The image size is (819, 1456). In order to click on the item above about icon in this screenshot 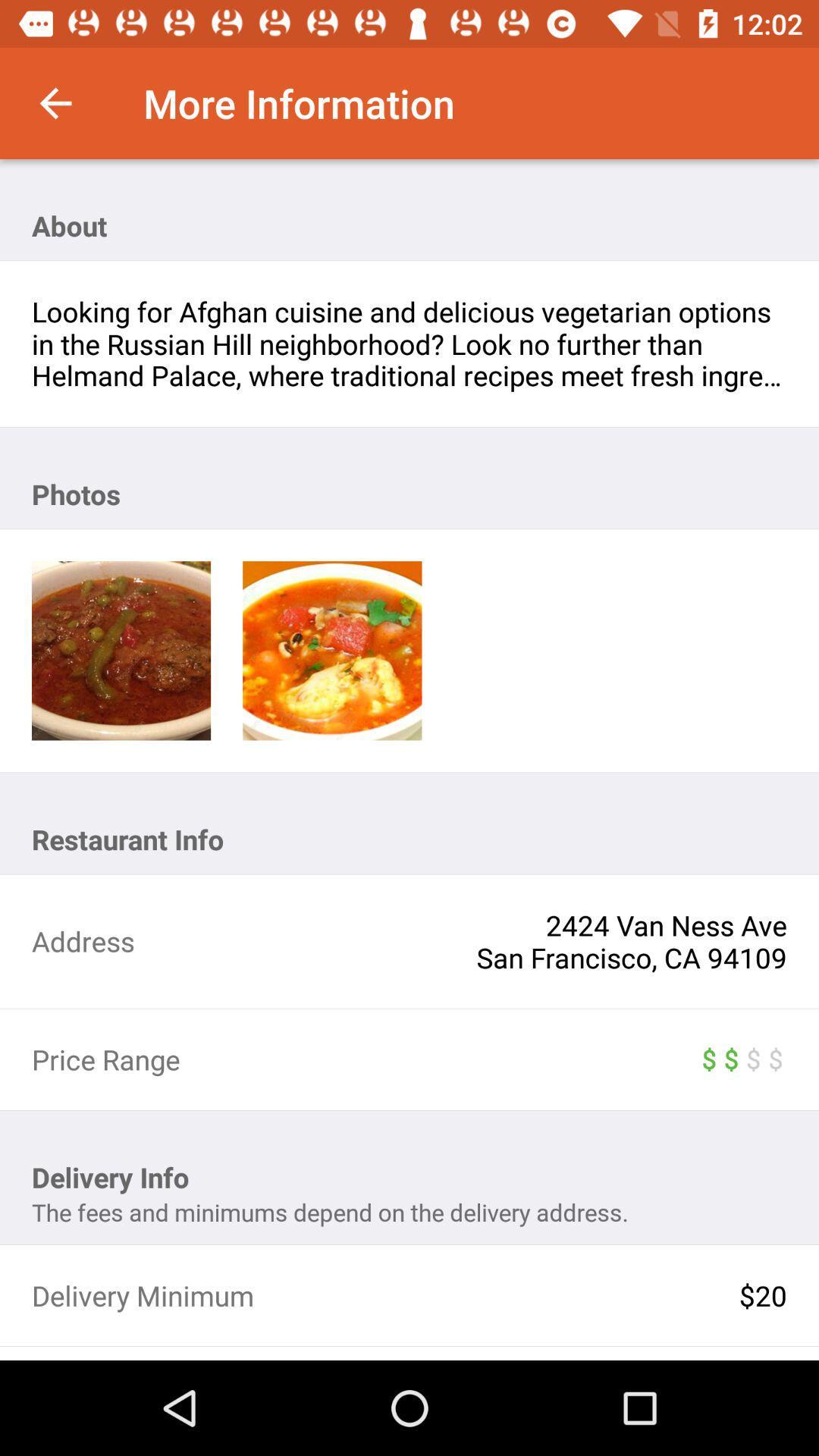, I will do `click(55, 102)`.